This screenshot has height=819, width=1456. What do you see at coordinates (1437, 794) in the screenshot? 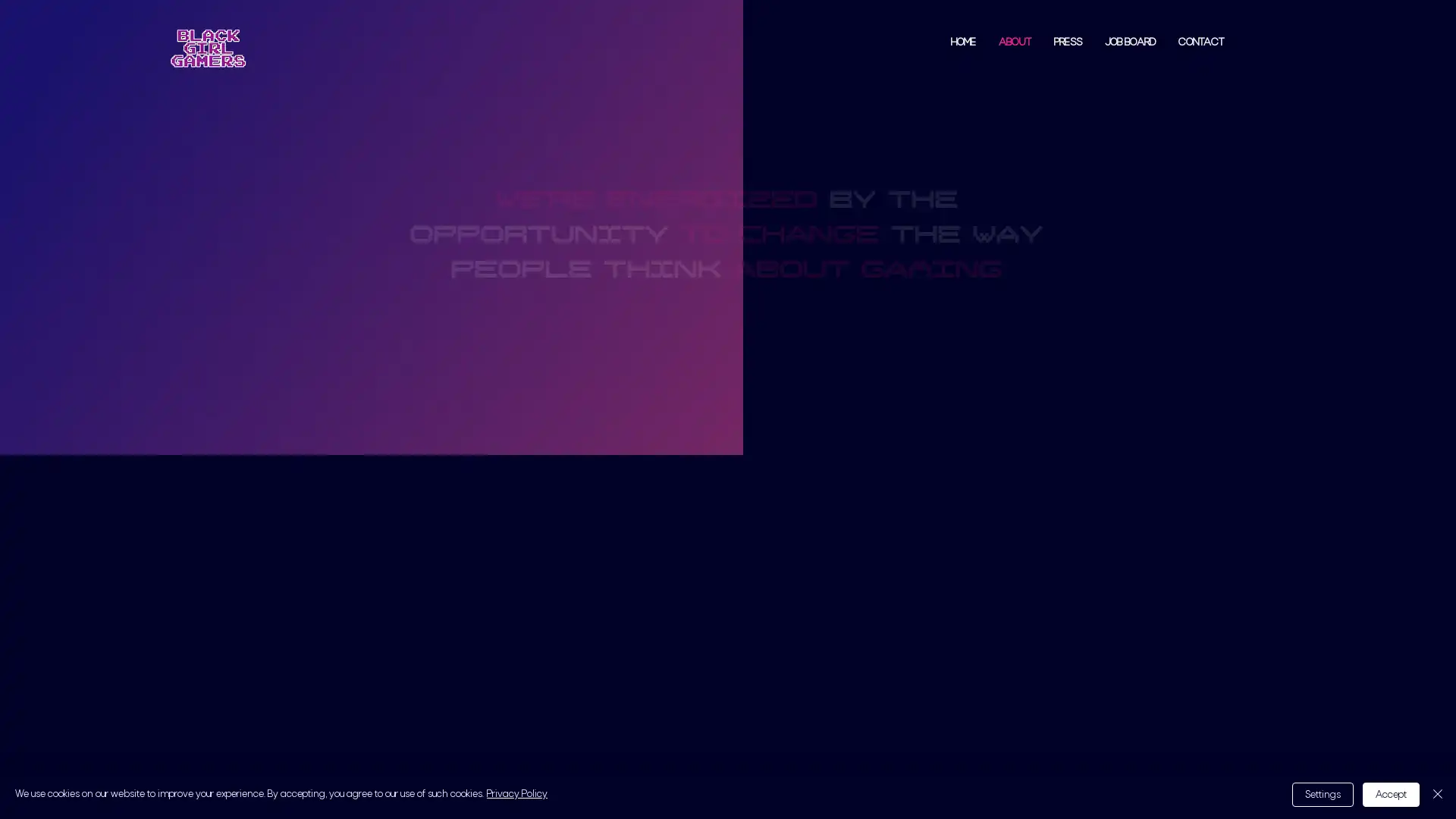
I see `Close` at bounding box center [1437, 794].